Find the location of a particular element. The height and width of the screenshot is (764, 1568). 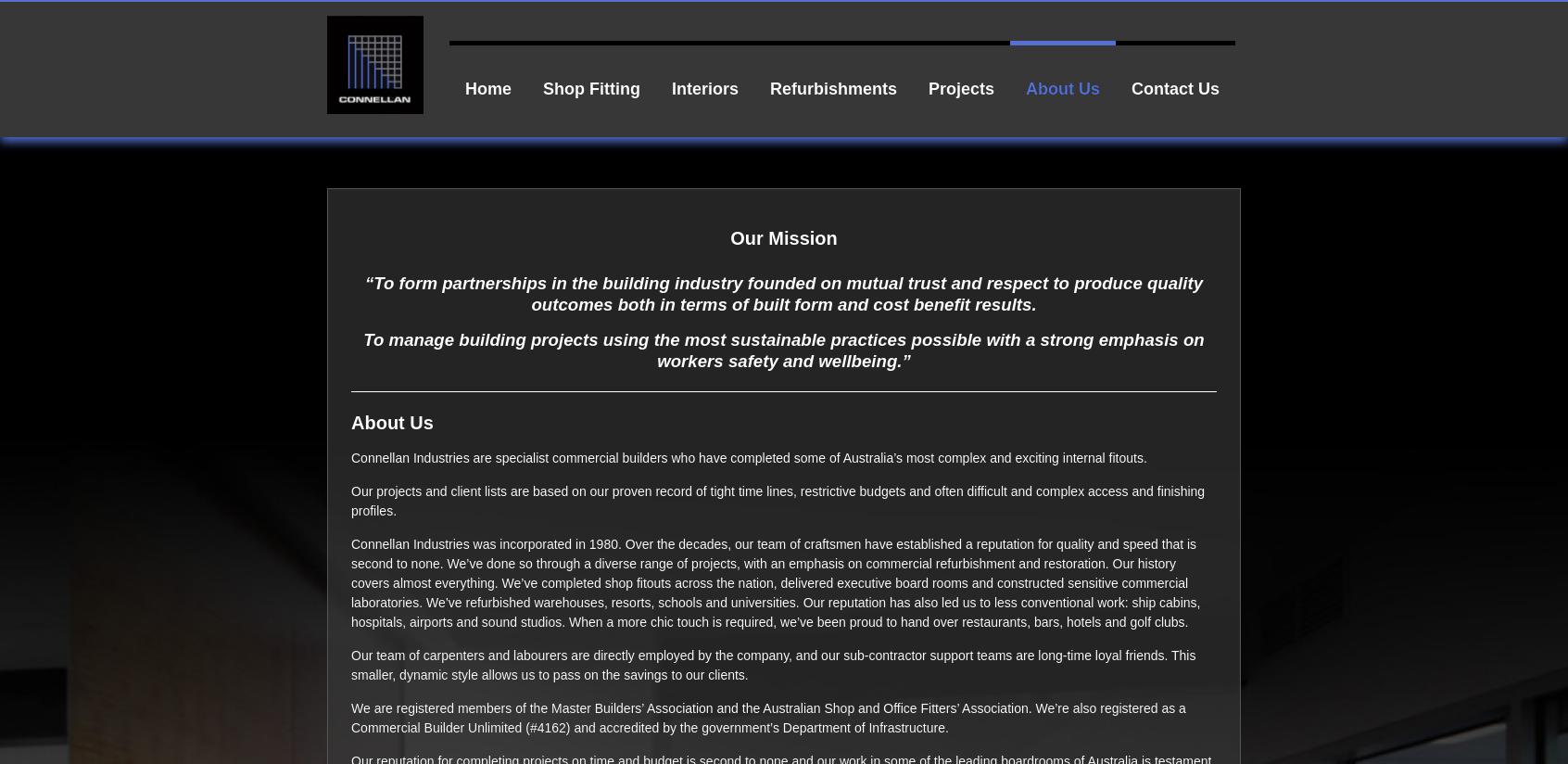

'Refurbishments' is located at coordinates (831, 87).